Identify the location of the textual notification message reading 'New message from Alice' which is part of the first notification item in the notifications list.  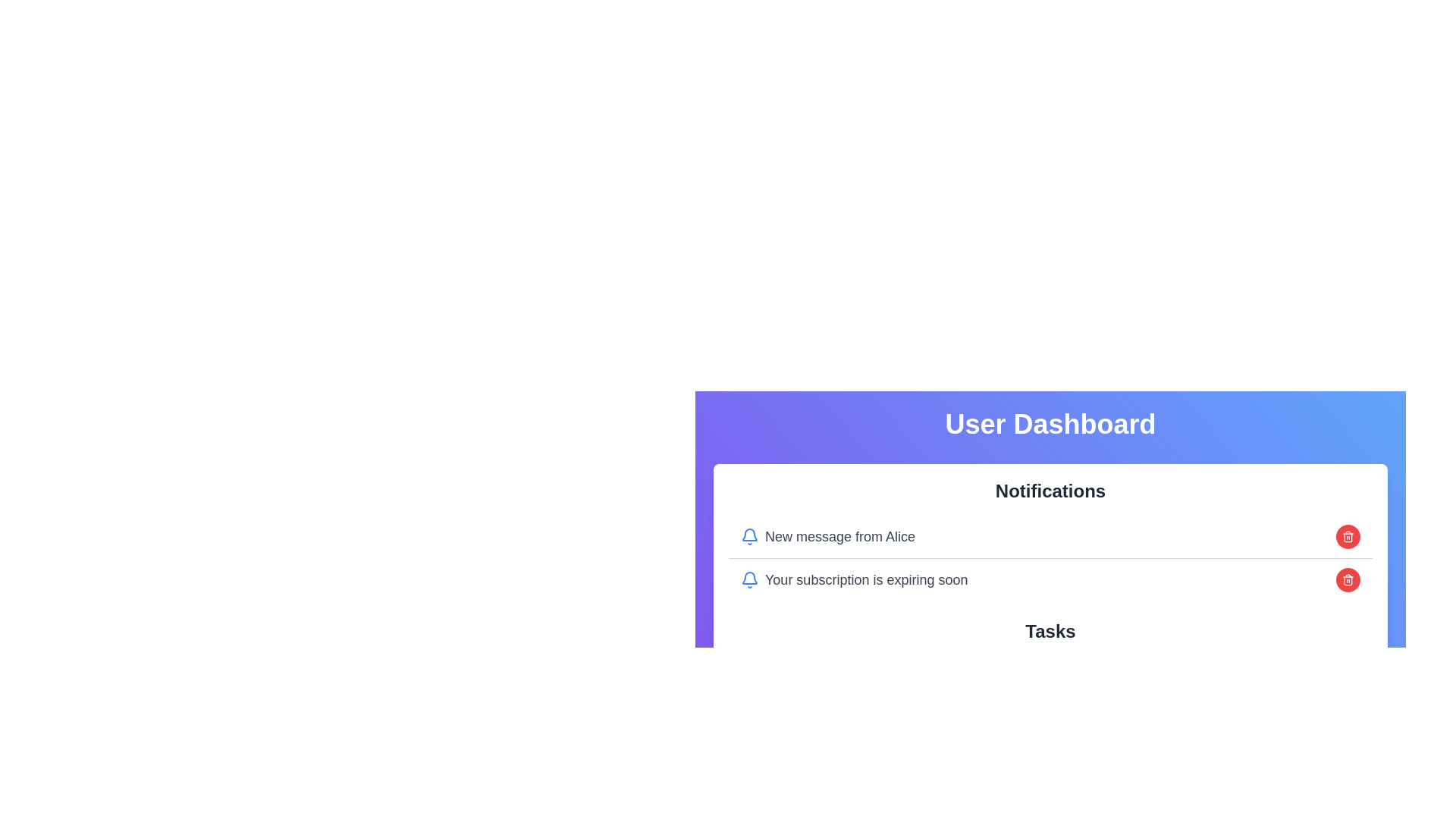
(839, 536).